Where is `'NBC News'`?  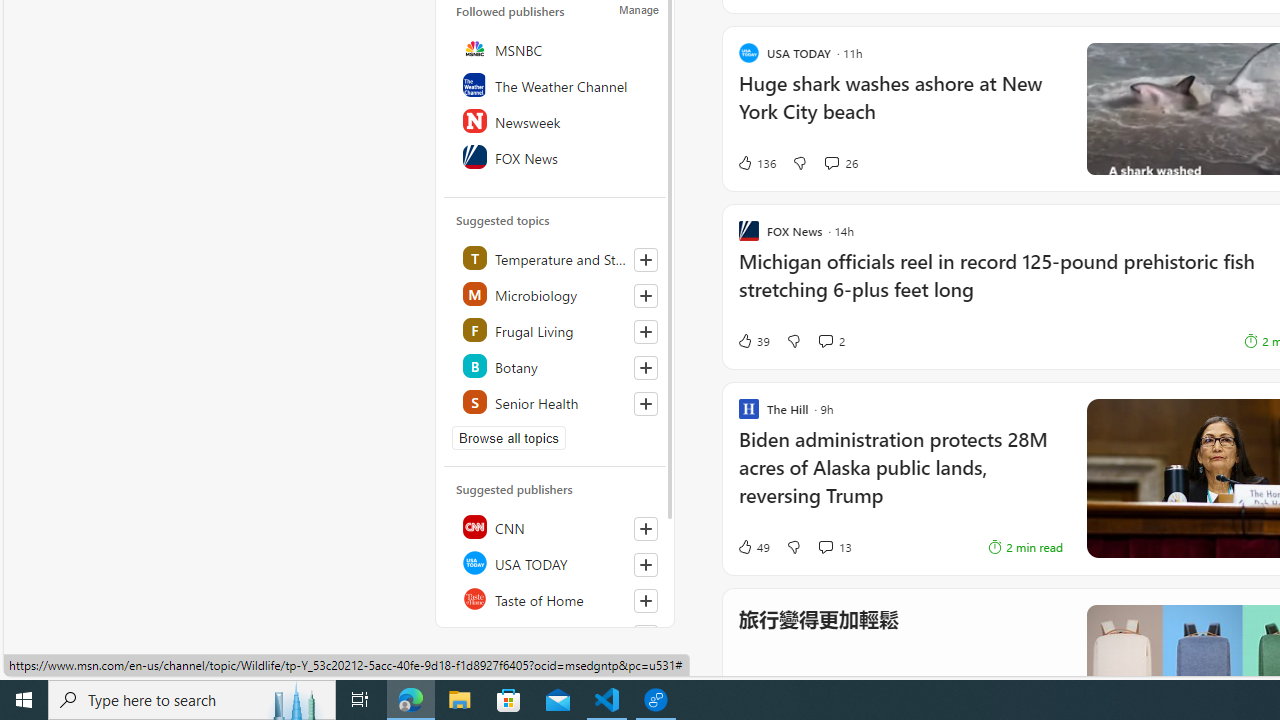
'NBC News' is located at coordinates (556, 635).